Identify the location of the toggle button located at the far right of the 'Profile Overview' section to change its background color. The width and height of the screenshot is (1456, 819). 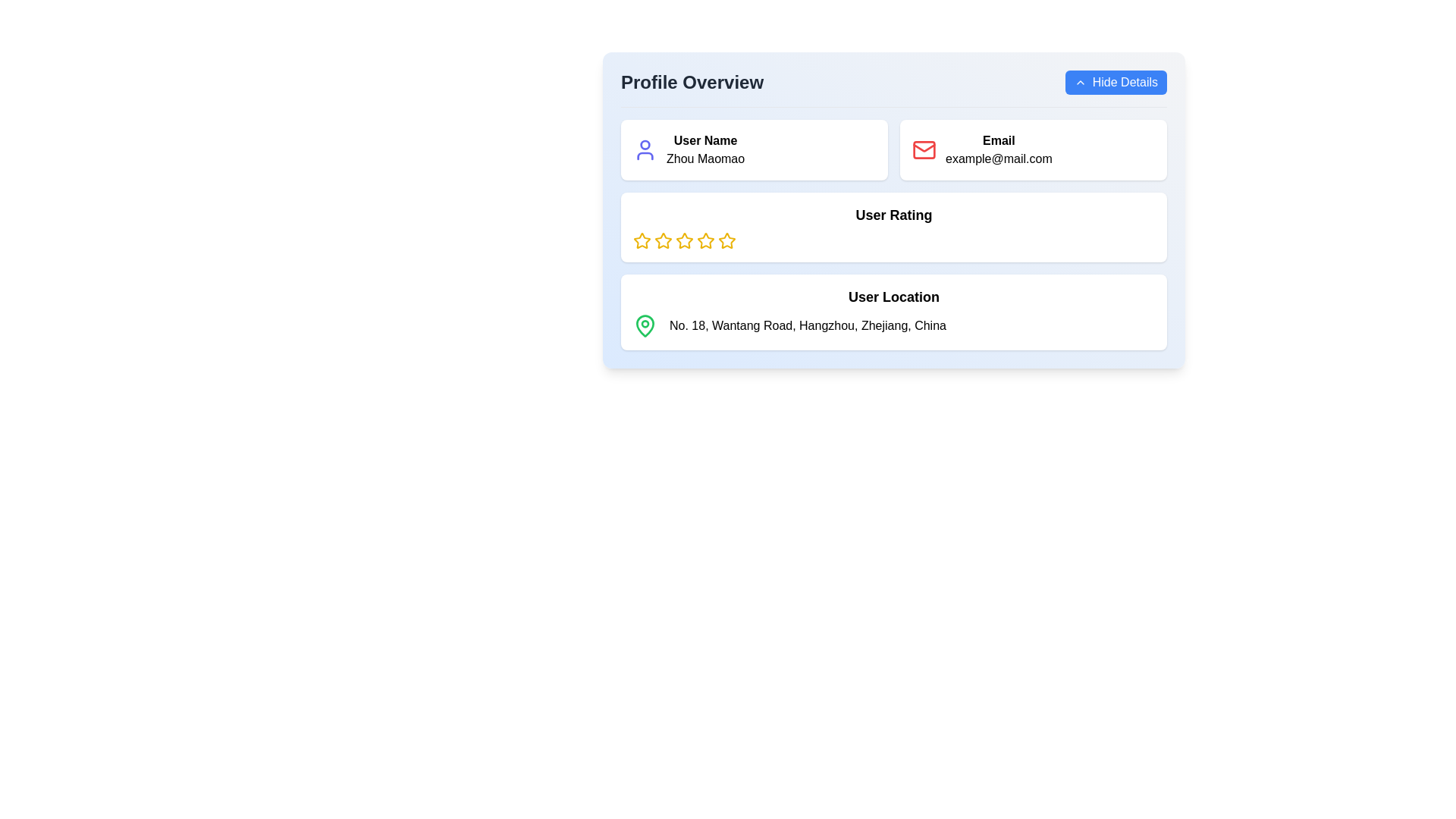
(1116, 82).